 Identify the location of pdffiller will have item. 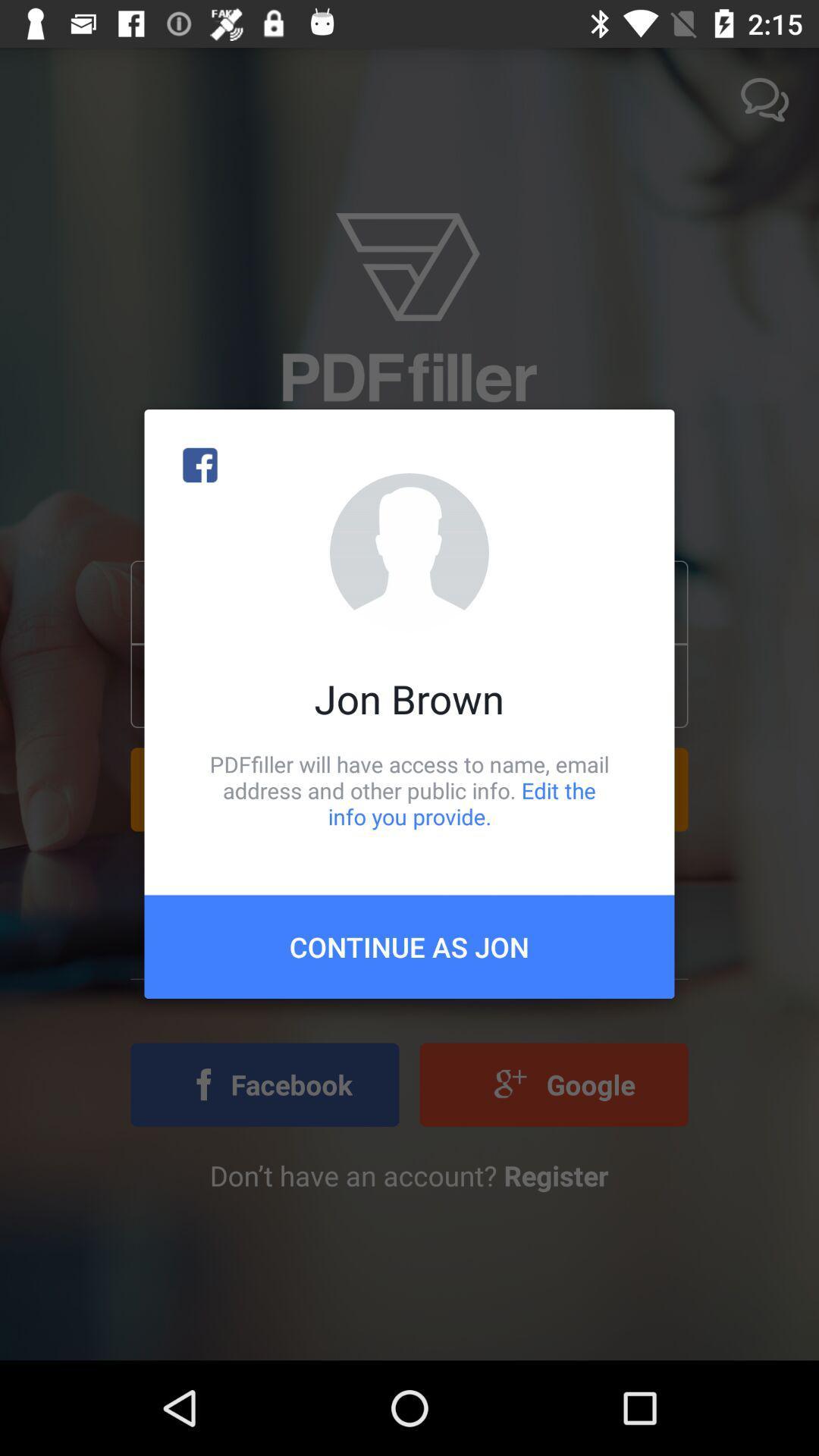
(409, 789).